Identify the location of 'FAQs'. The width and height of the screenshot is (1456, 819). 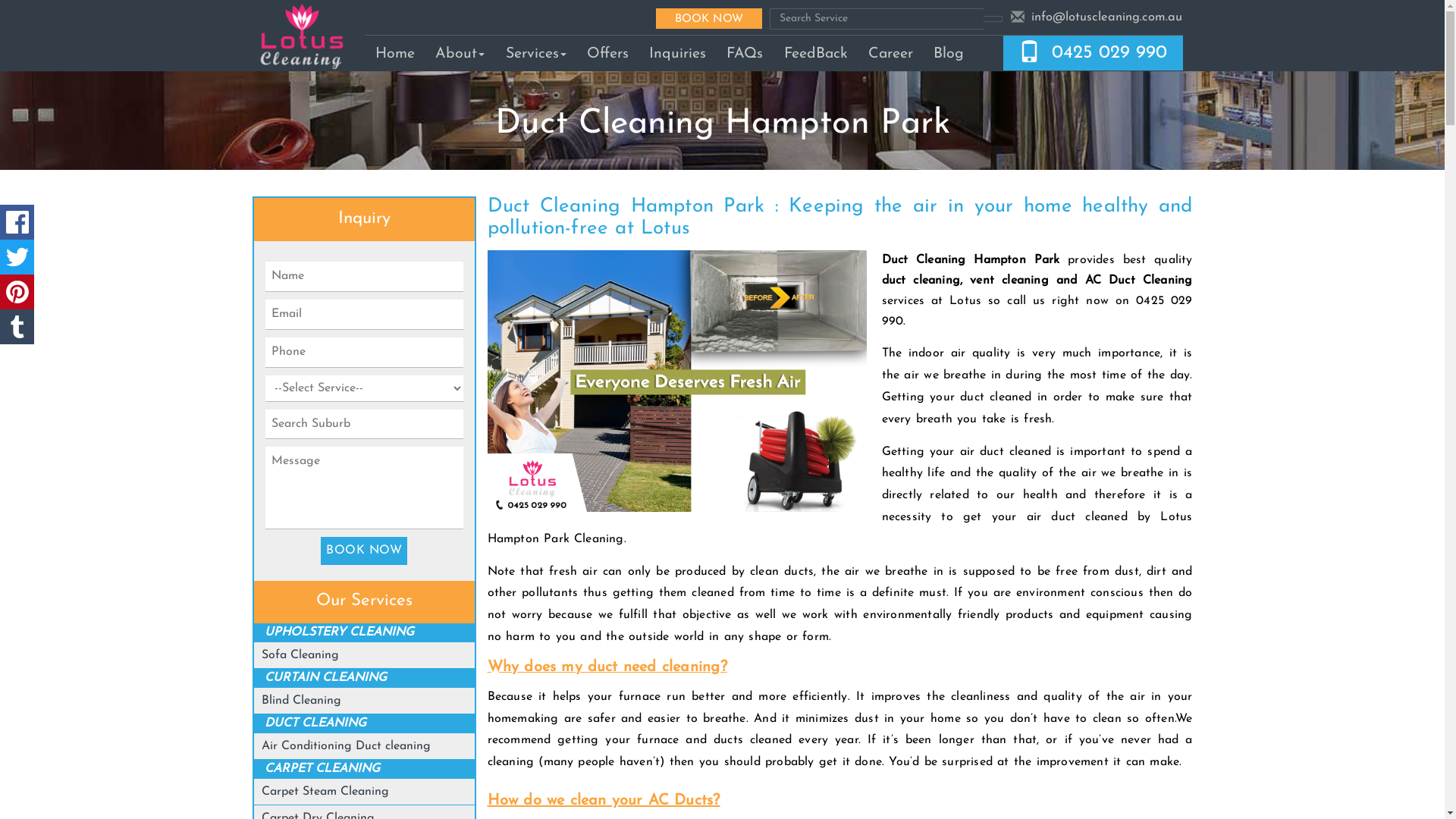
(745, 52).